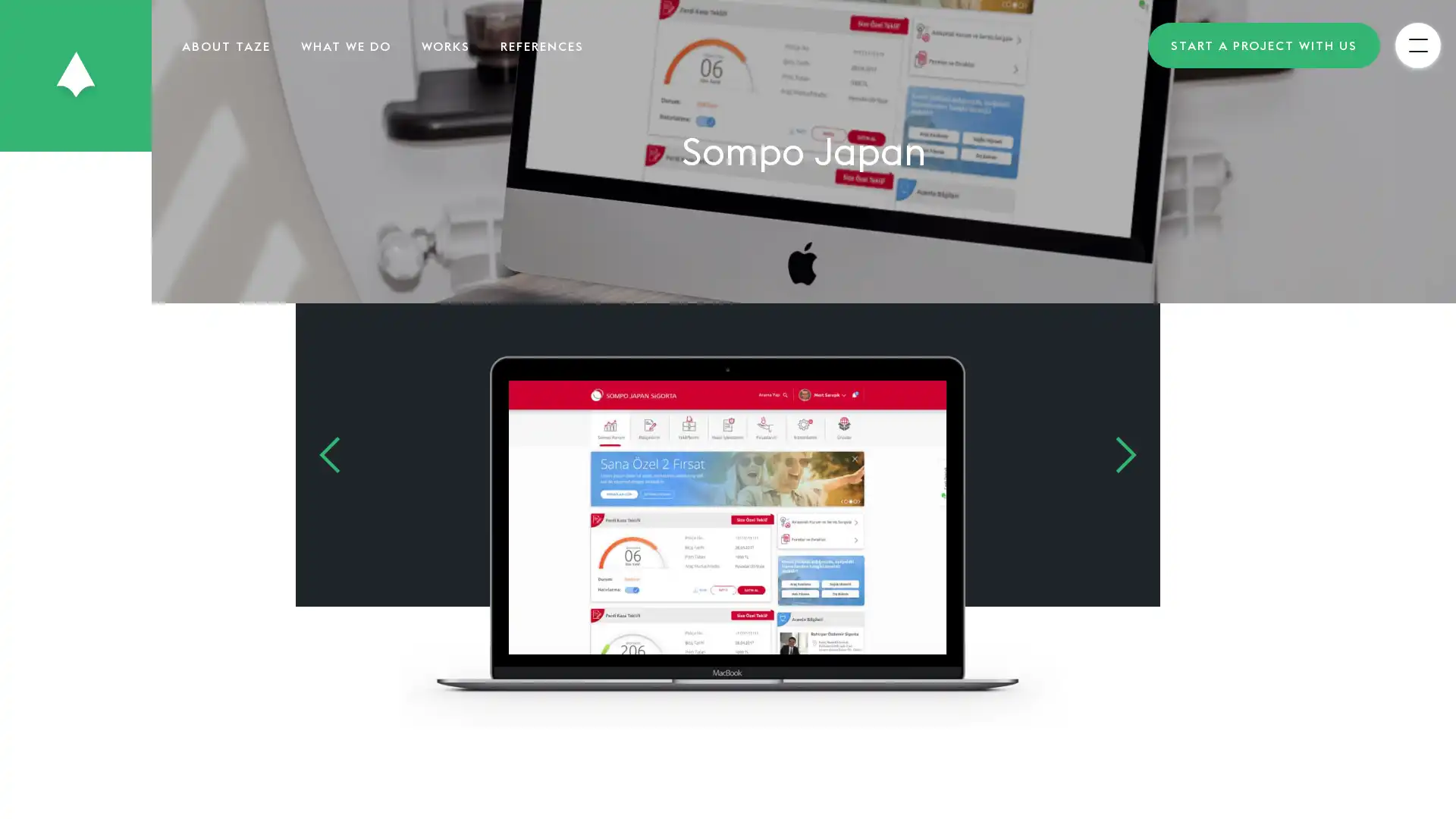 This screenshot has height=819, width=1456. What do you see at coordinates (1125, 454) in the screenshot?
I see `Next` at bounding box center [1125, 454].